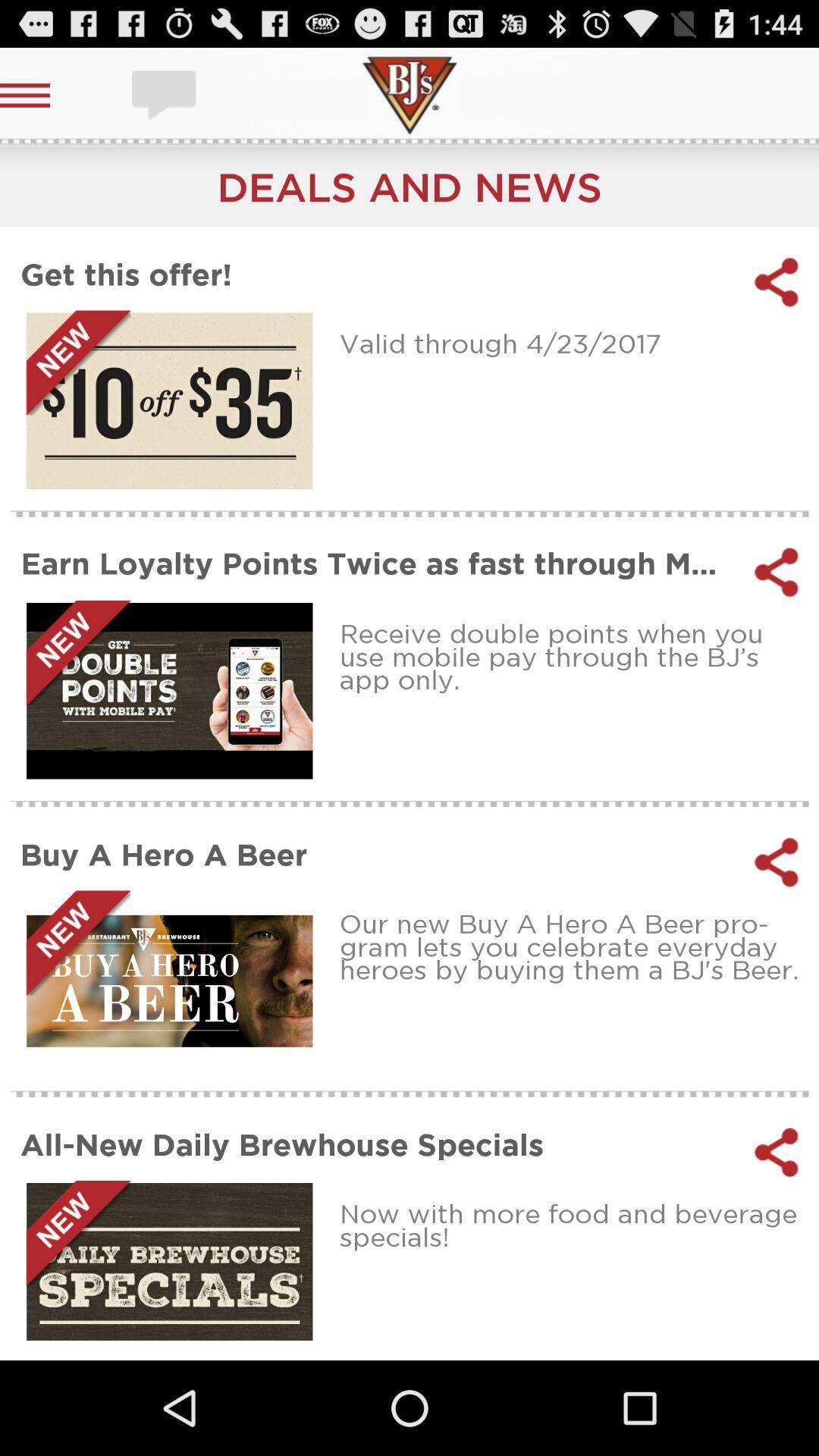  I want to click on share the offer, so click(777, 282).